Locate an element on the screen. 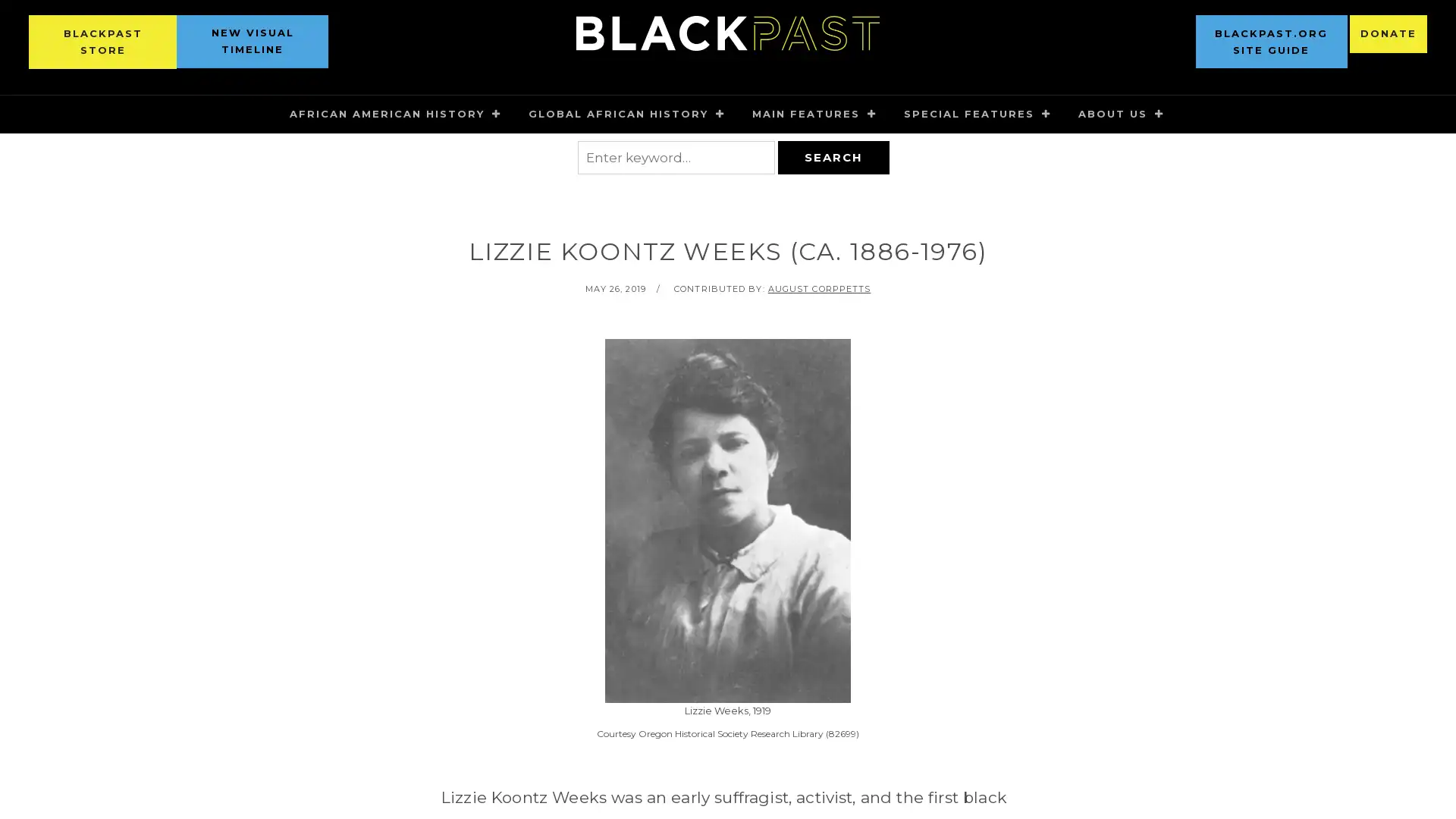 The image size is (1456, 819). SEARCH is located at coordinates (832, 157).